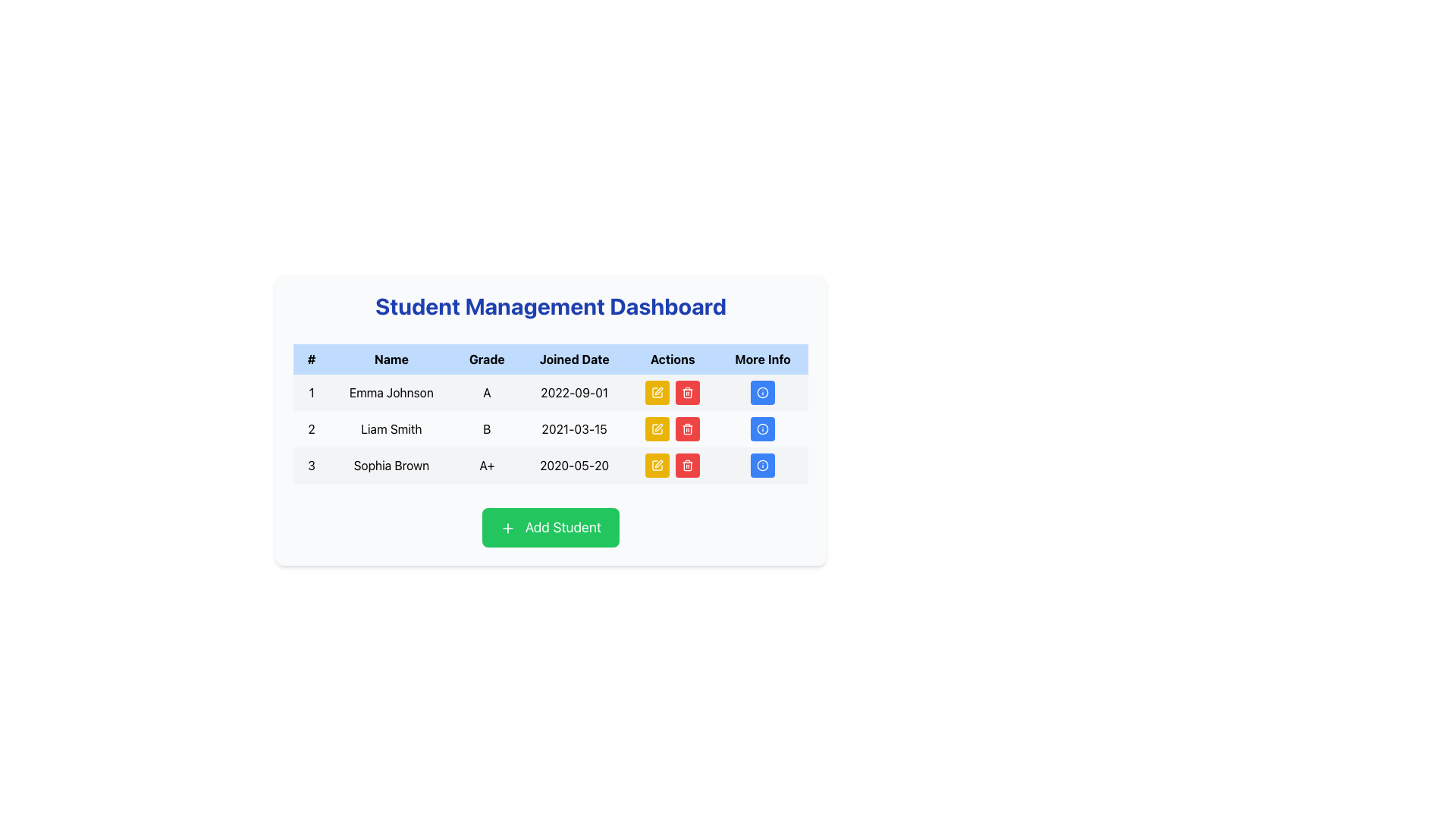 This screenshot has height=819, width=1456. What do you see at coordinates (391, 429) in the screenshot?
I see `text 'Liam Smith' located in the 'Name' column of the second row in the data table` at bounding box center [391, 429].